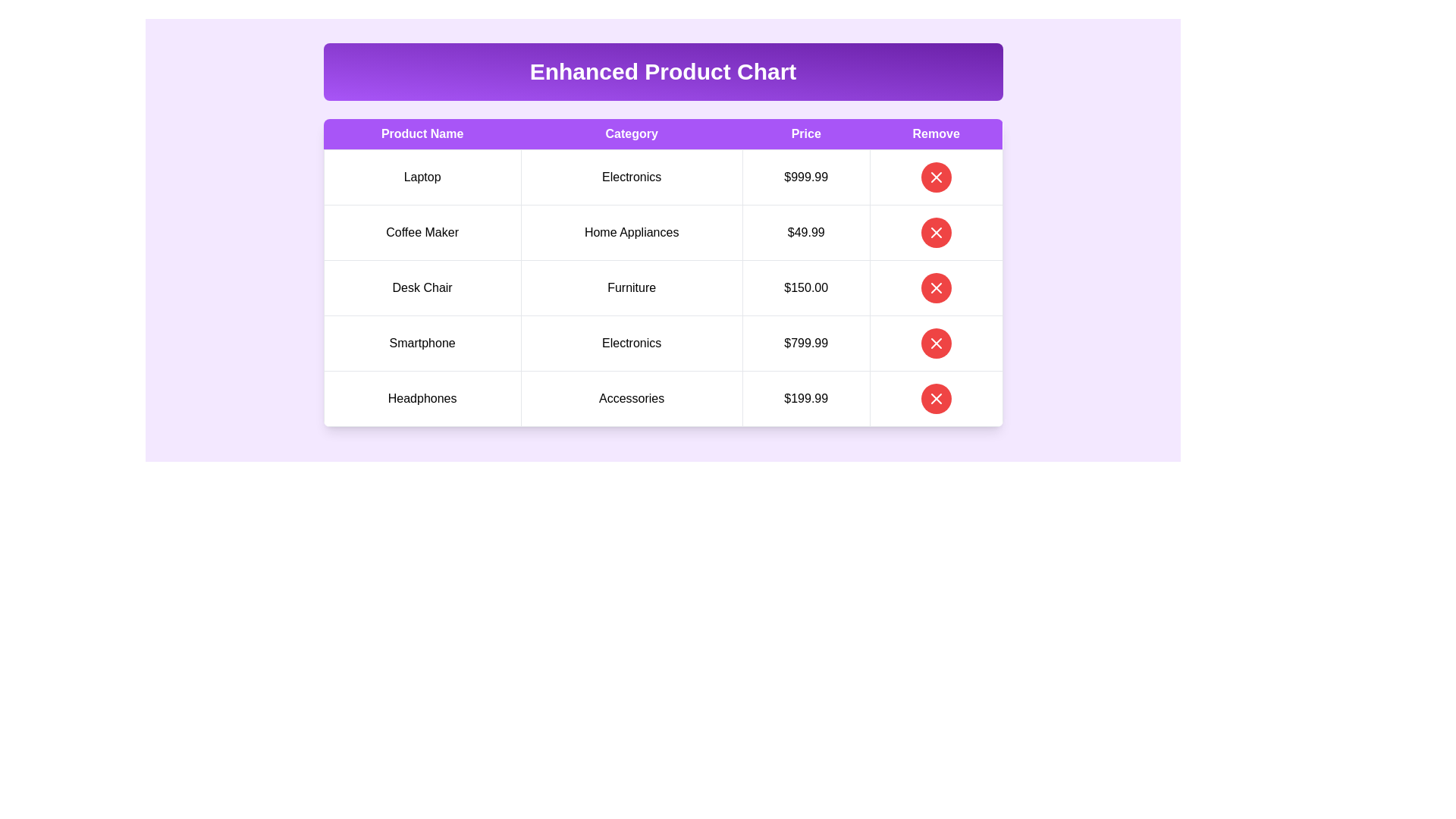 The height and width of the screenshot is (819, 1456). What do you see at coordinates (935, 177) in the screenshot?
I see `the red circular icon button in the 'Remove' column of the product list table for the 'Laptop' item` at bounding box center [935, 177].